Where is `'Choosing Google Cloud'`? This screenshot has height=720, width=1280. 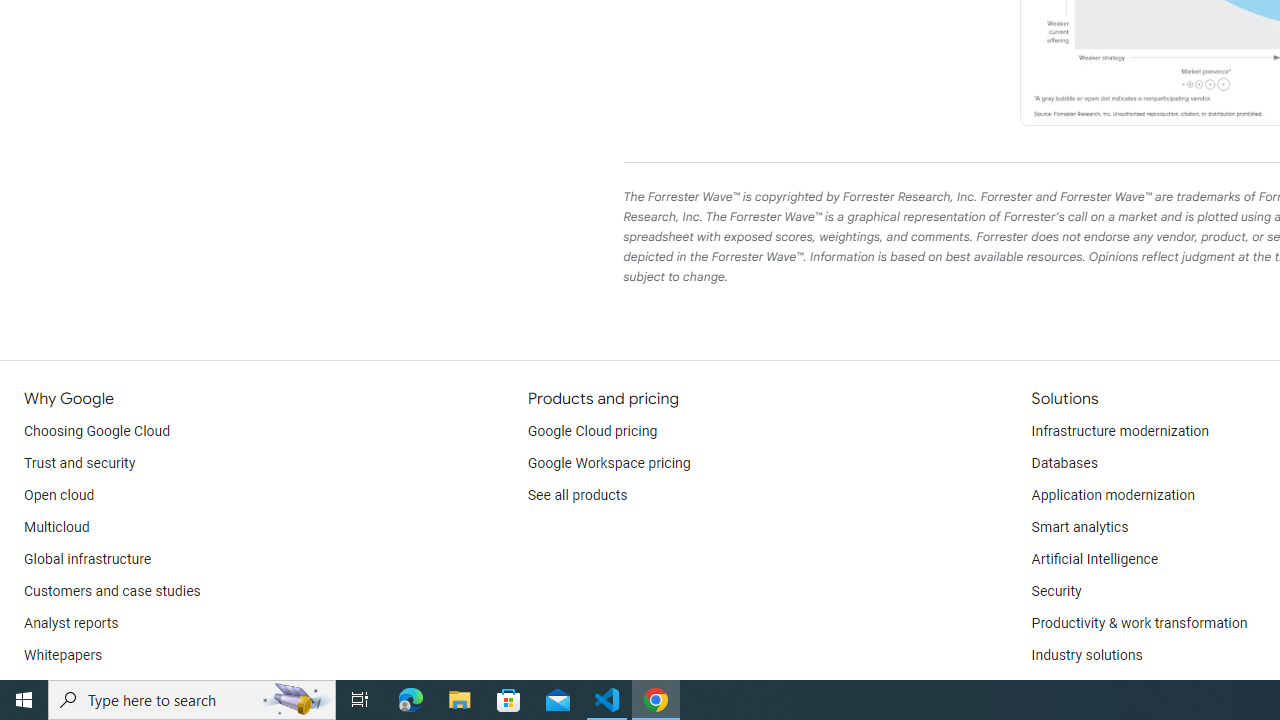
'Choosing Google Cloud' is located at coordinates (96, 431).